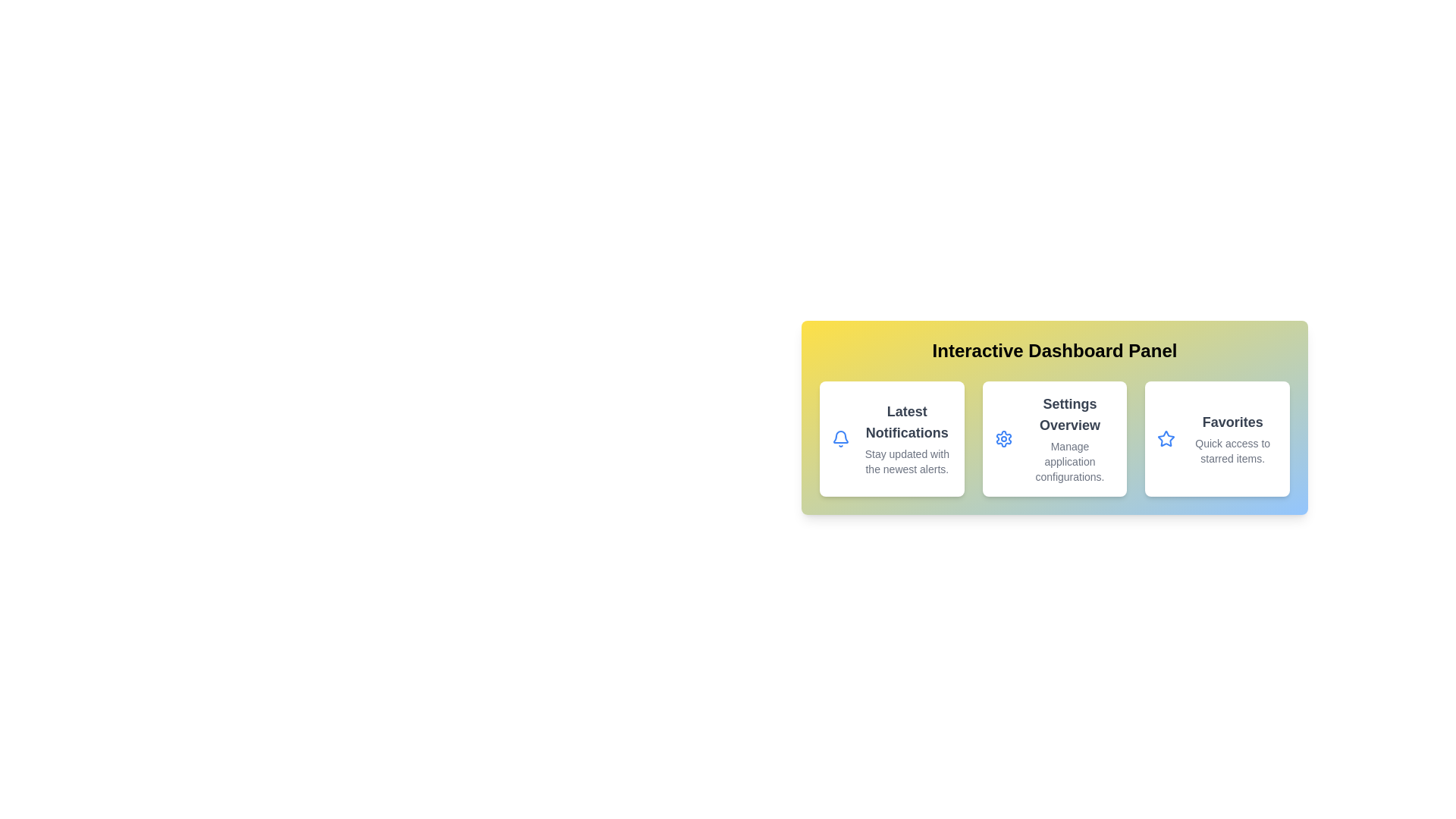 Image resolution: width=1456 pixels, height=819 pixels. Describe the element at coordinates (1054, 438) in the screenshot. I see `the section corresponding to Settings Overview` at that location.